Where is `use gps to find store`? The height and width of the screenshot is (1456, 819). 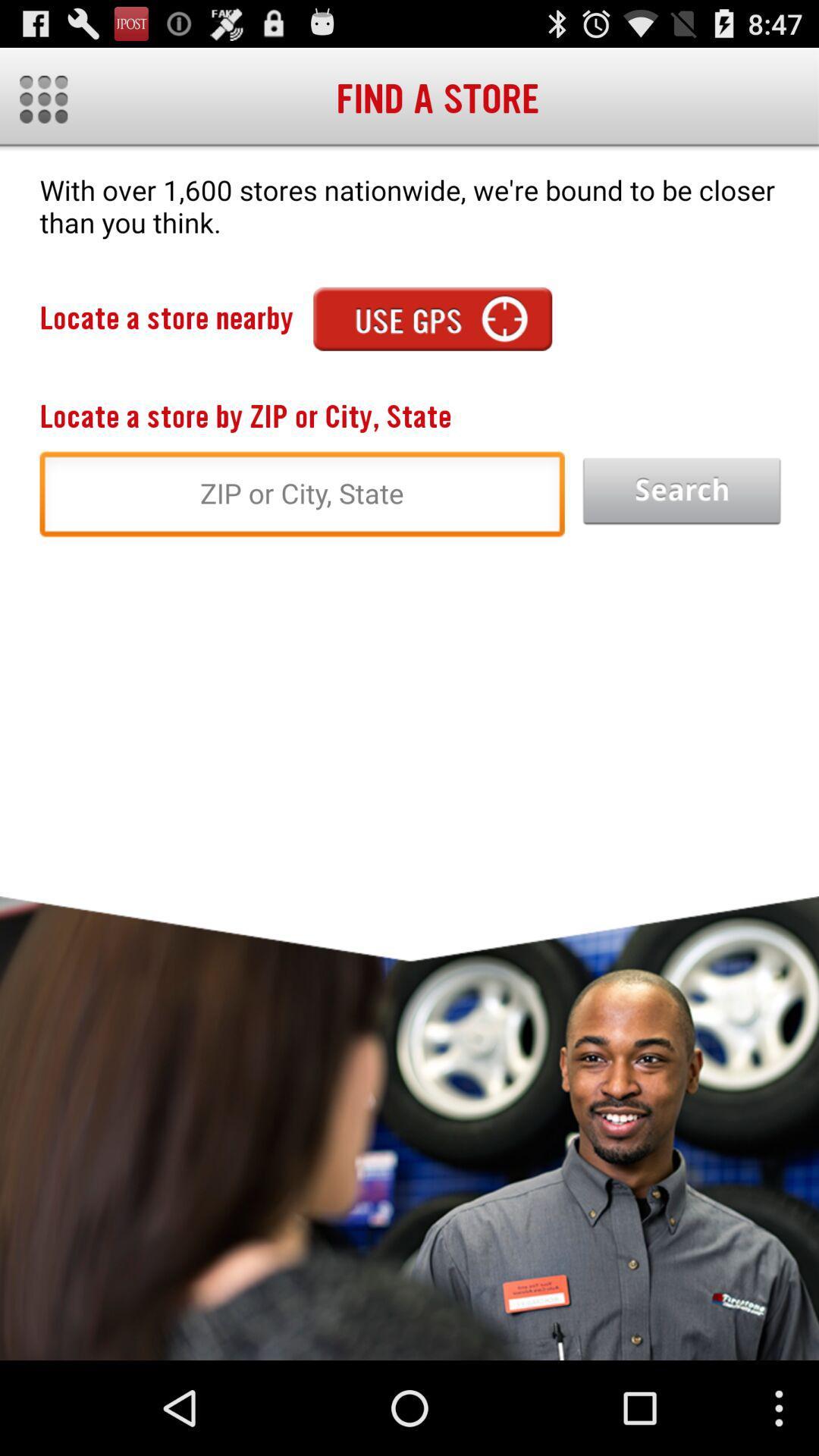 use gps to find store is located at coordinates (432, 318).